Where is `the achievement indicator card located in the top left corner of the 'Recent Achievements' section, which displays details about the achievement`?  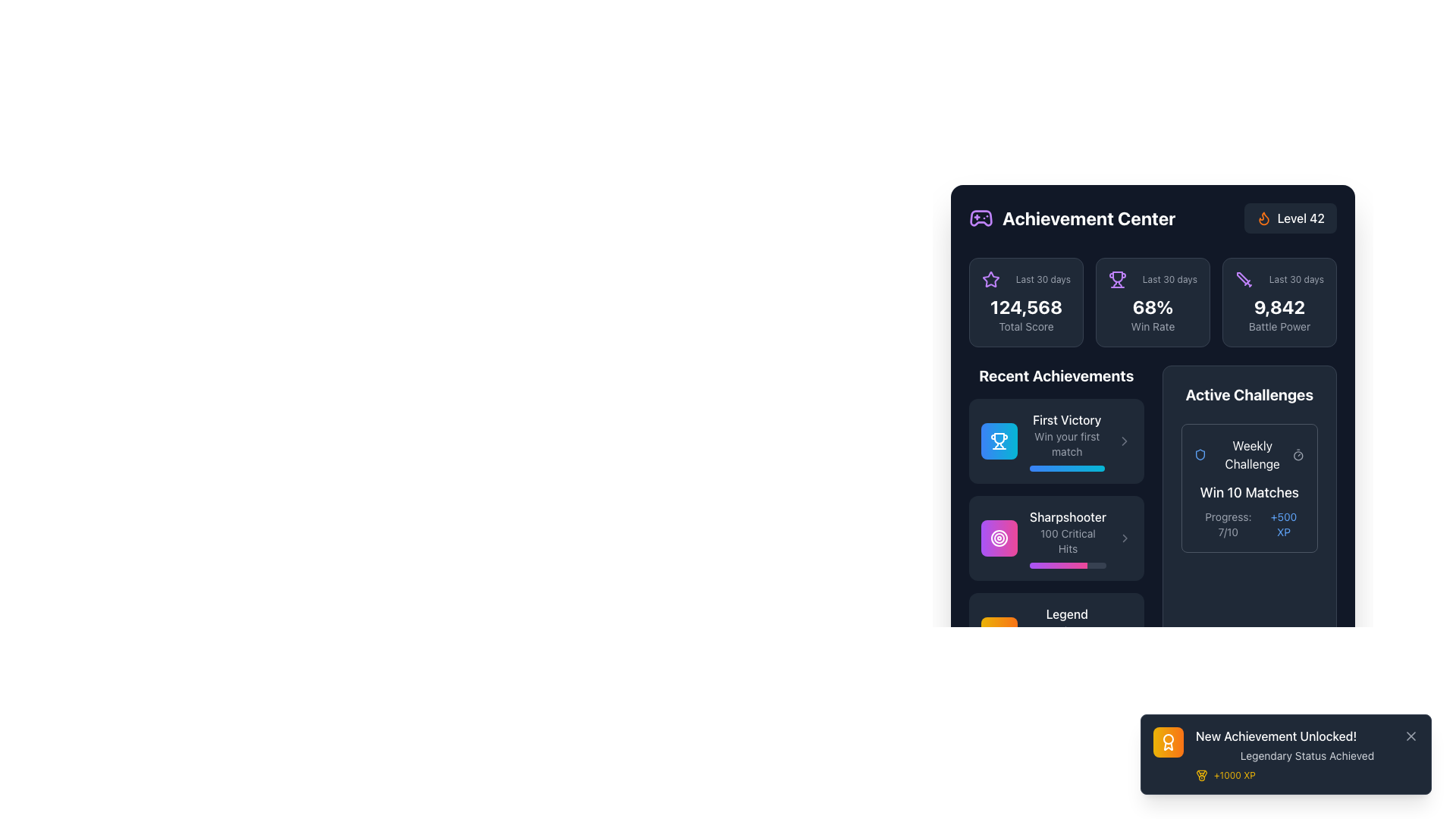 the achievement indicator card located in the top left corner of the 'Recent Achievements' section, which displays details about the achievement is located at coordinates (1056, 441).